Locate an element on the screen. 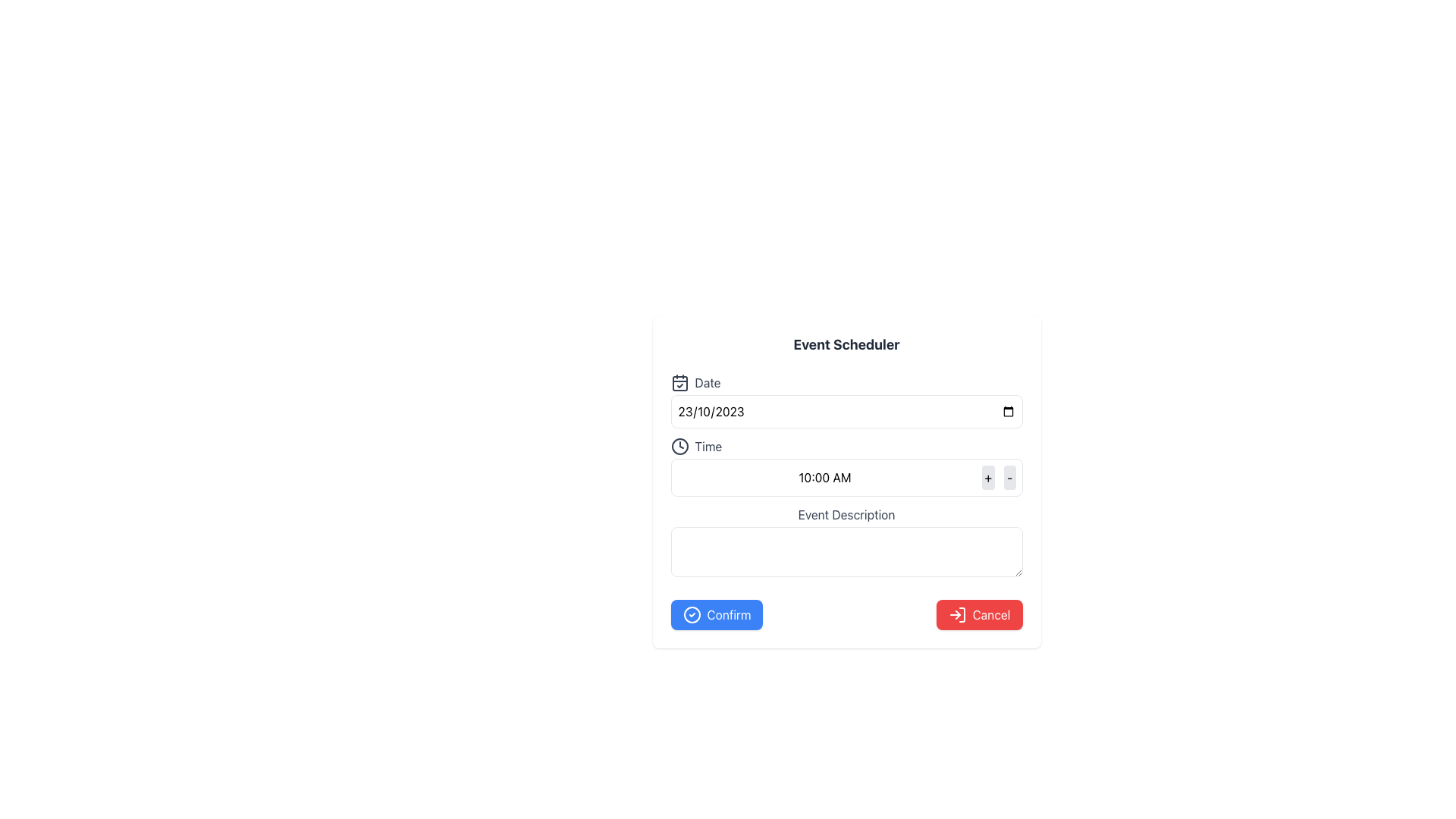 Image resolution: width=1456 pixels, height=819 pixels. the text field of the Time selector located under the 'Date' section and above the 'Event Description' section in the 'Event Scheduler' to focus on it is located at coordinates (846, 466).